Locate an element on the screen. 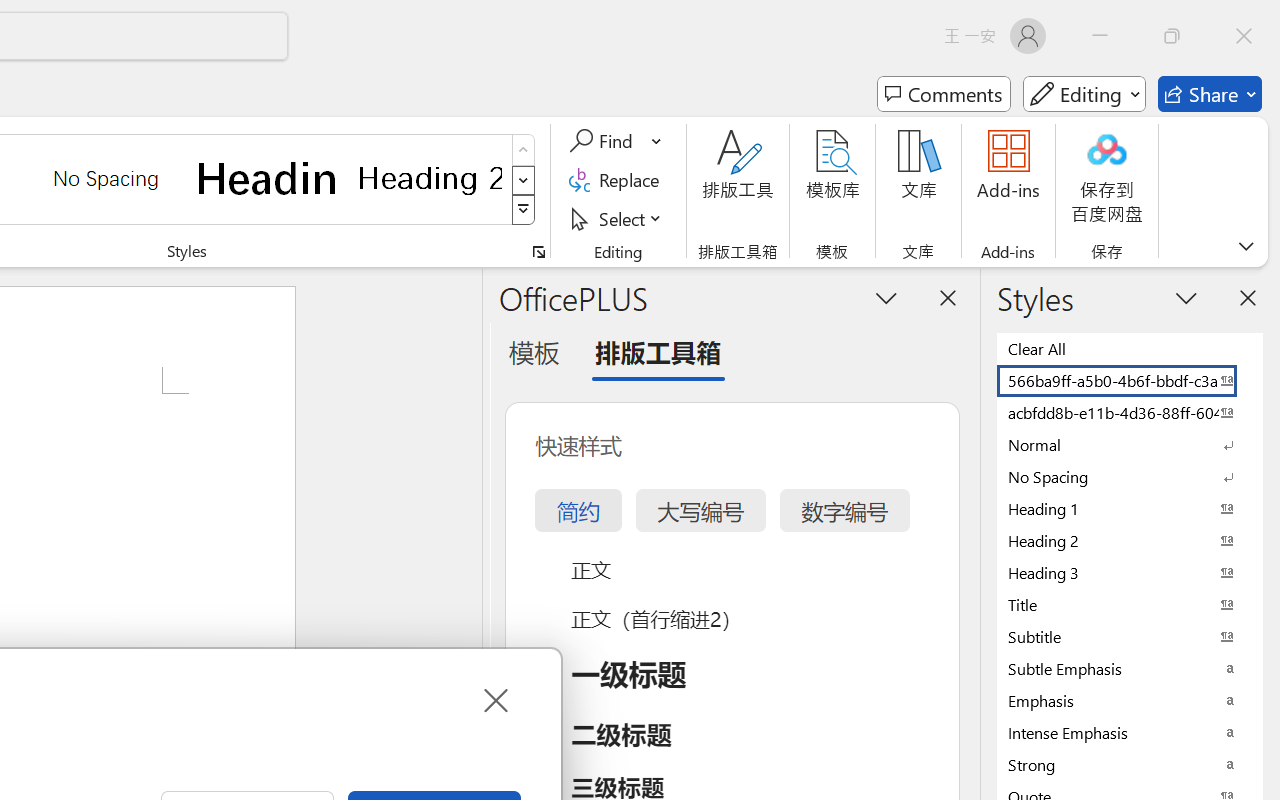 The image size is (1280, 800). 'Ribbon Display Options' is located at coordinates (1245, 245).